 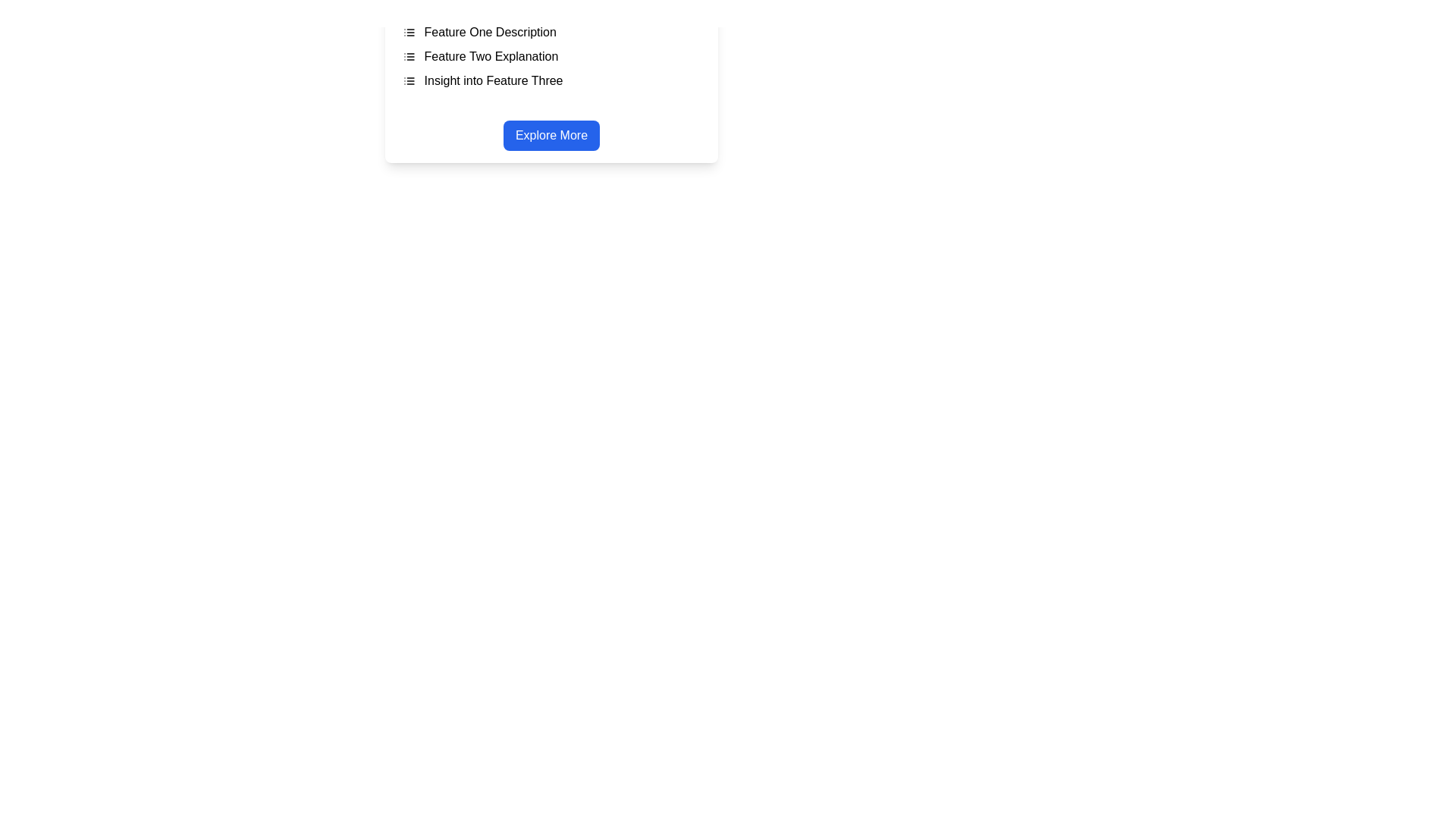 What do you see at coordinates (551, 55) in the screenshot?
I see `the second list item element, which is positioned between 'Feature One Description' and 'Insight into Feature Three'` at bounding box center [551, 55].